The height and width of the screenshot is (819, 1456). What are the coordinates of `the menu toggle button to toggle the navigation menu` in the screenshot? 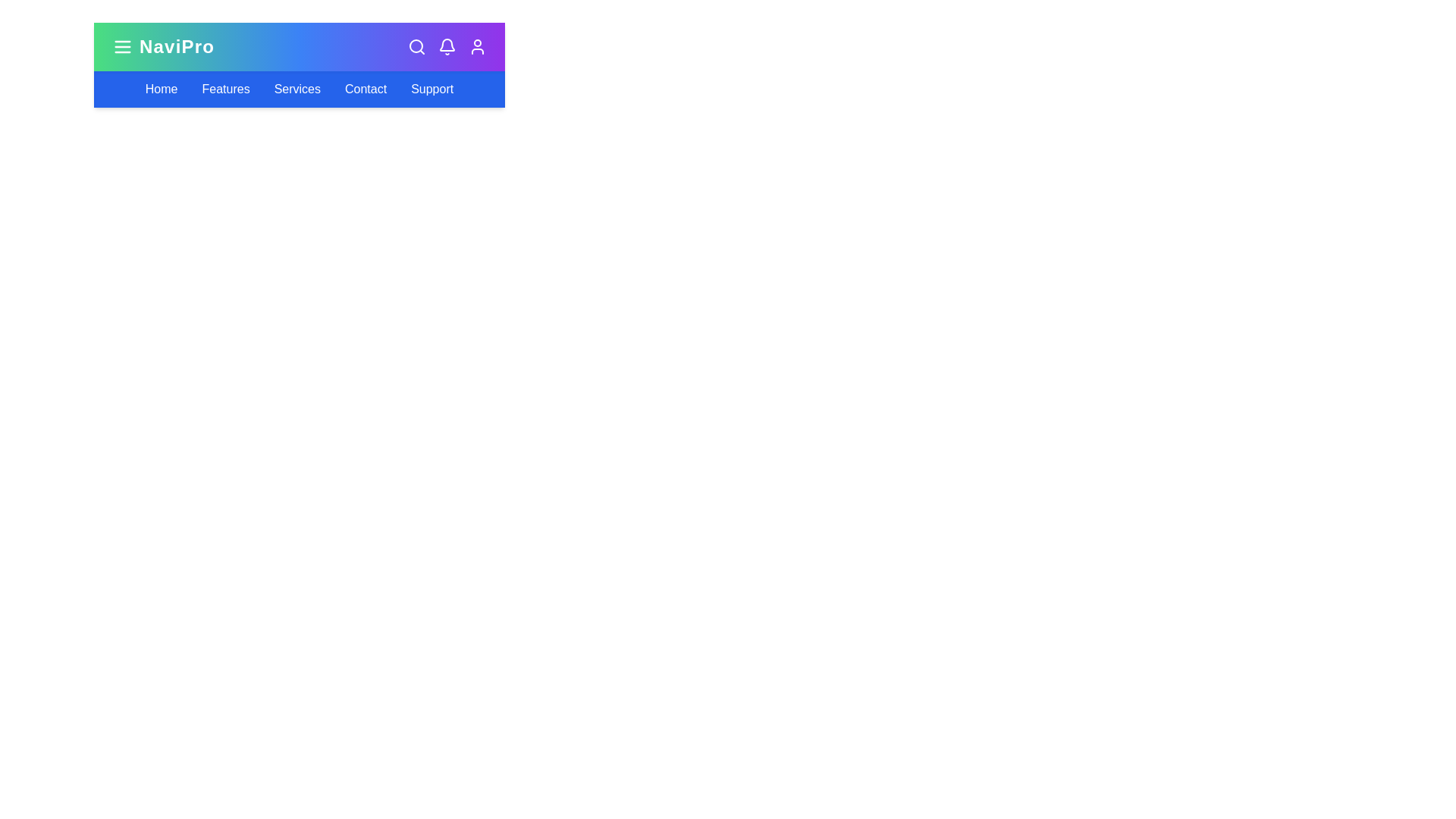 It's located at (123, 45).